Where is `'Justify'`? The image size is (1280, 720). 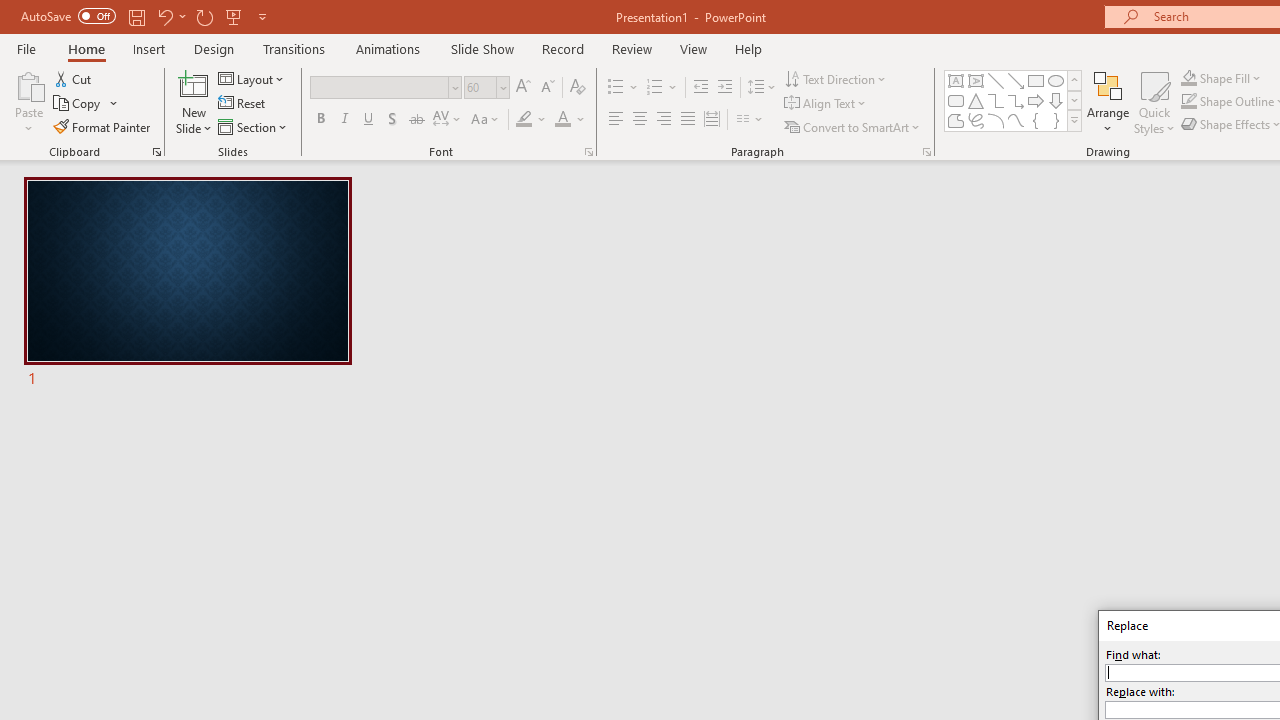 'Justify' is located at coordinates (688, 119).